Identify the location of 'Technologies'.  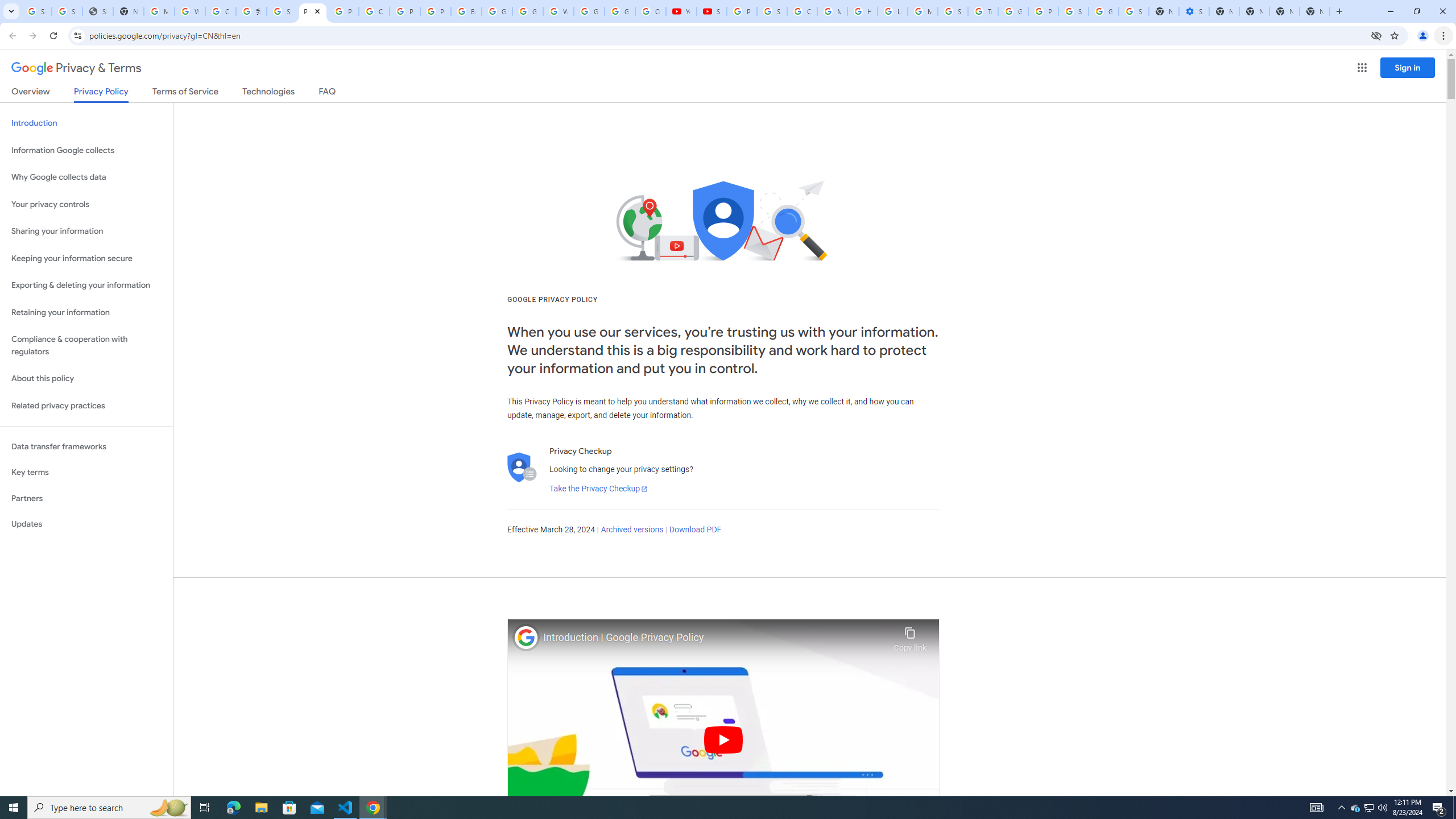
(268, 93).